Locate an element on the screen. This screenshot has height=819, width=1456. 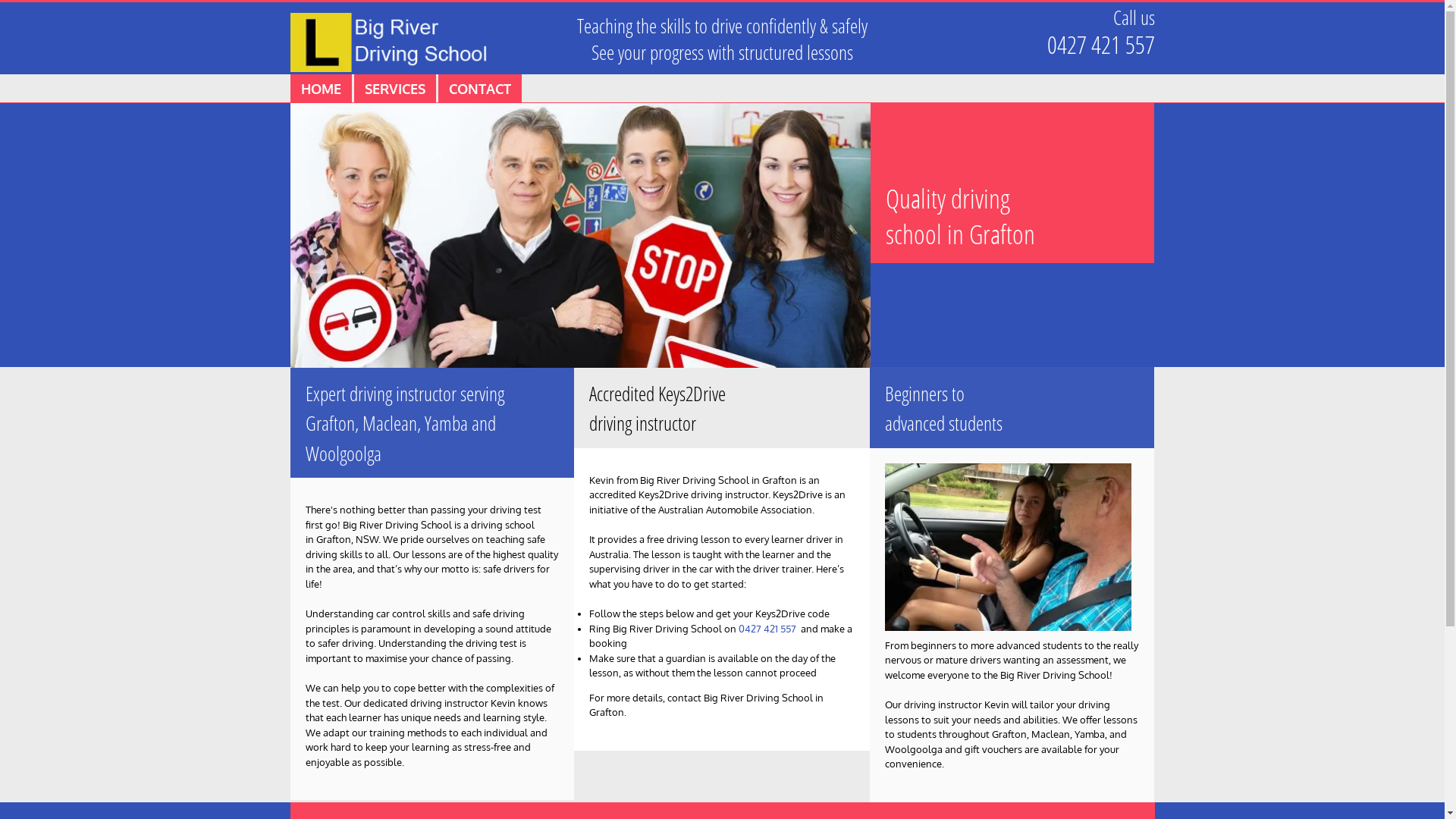
'0427 421 557' is located at coordinates (767, 629).